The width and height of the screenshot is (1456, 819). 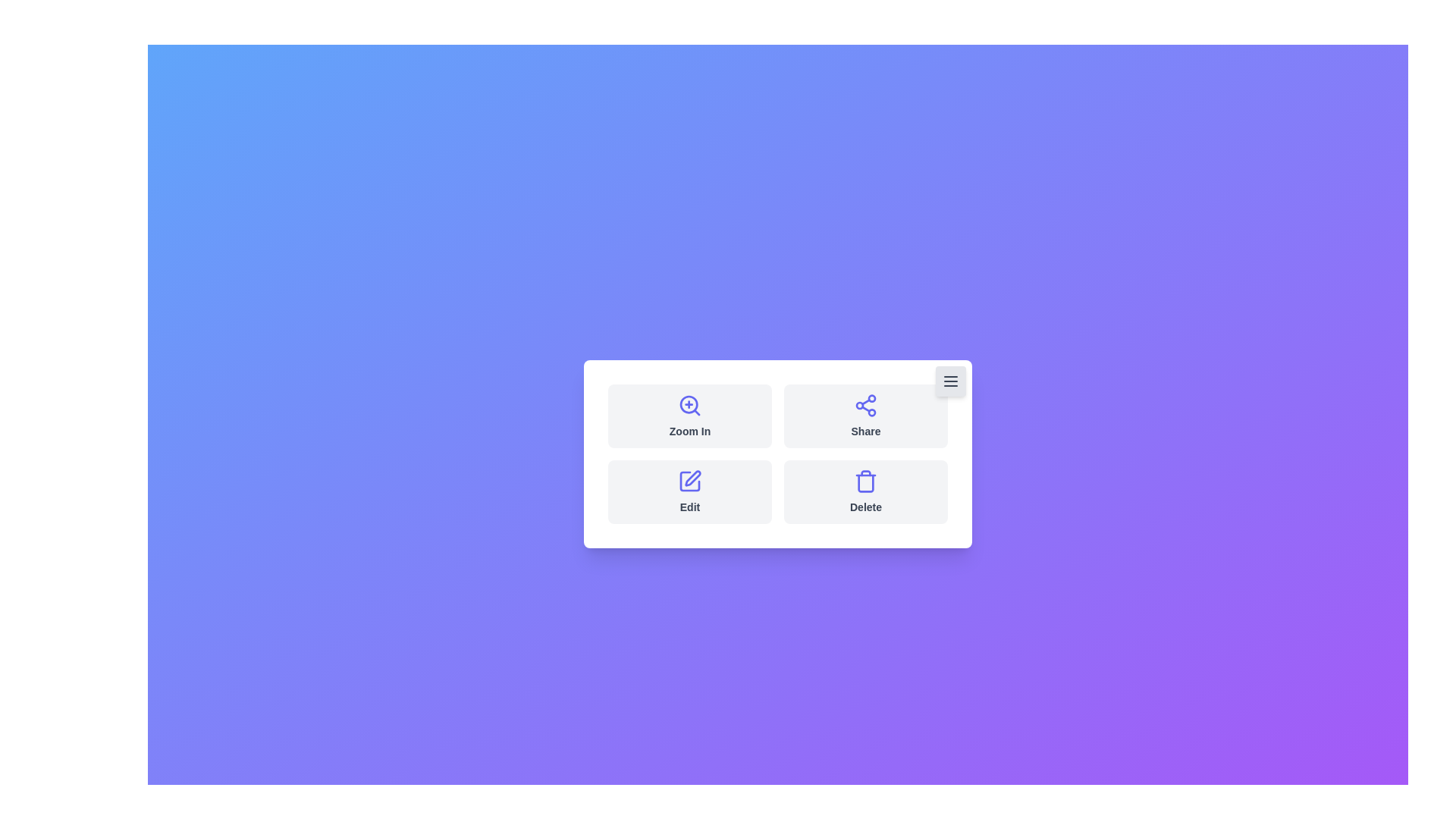 What do you see at coordinates (866, 491) in the screenshot?
I see `the 'Delete' button to trigger its functionality` at bounding box center [866, 491].